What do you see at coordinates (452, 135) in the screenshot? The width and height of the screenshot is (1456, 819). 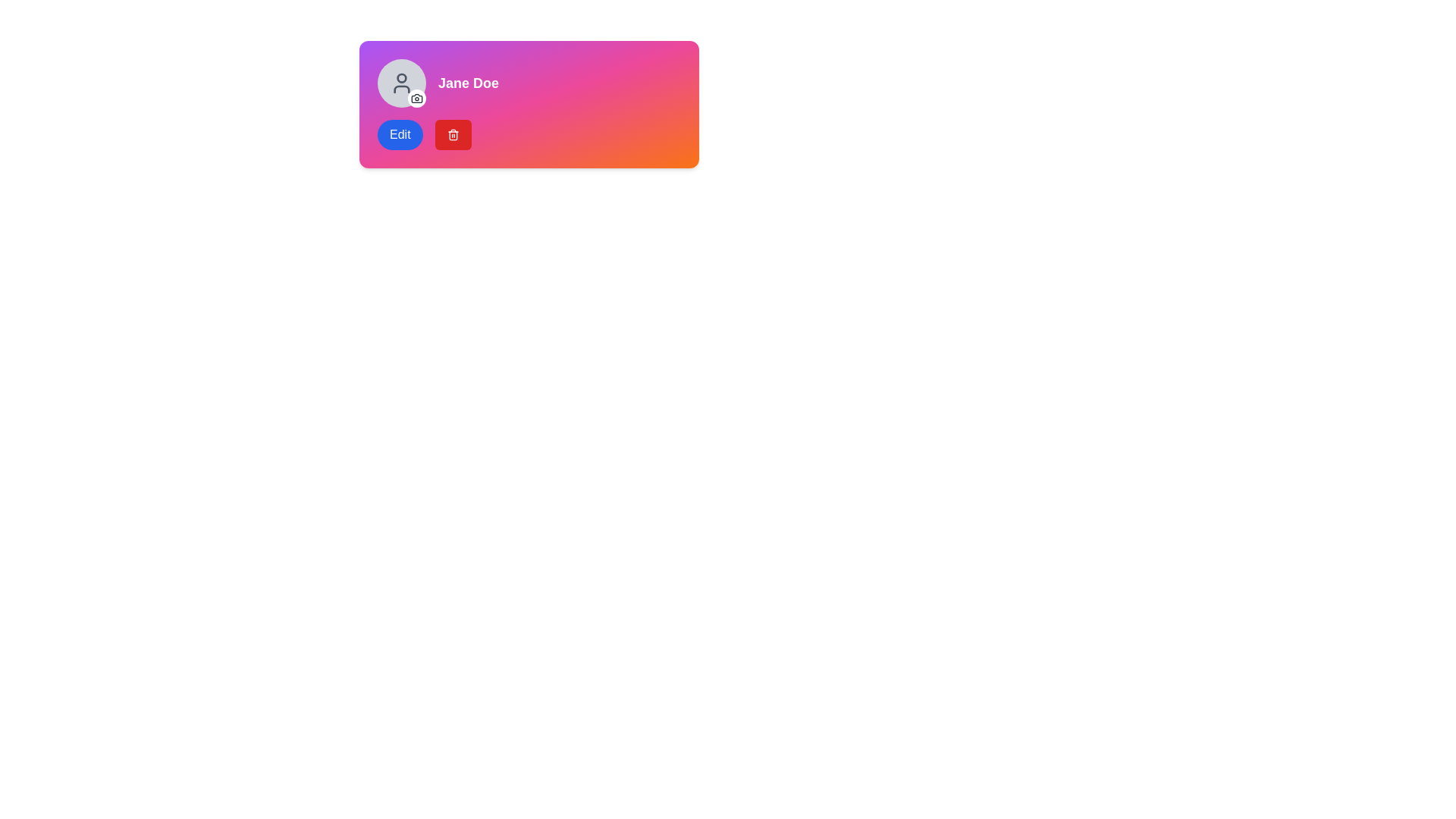 I see `the trash can icon within the delete button, which is part of a red square button indicating delete functionality` at bounding box center [452, 135].